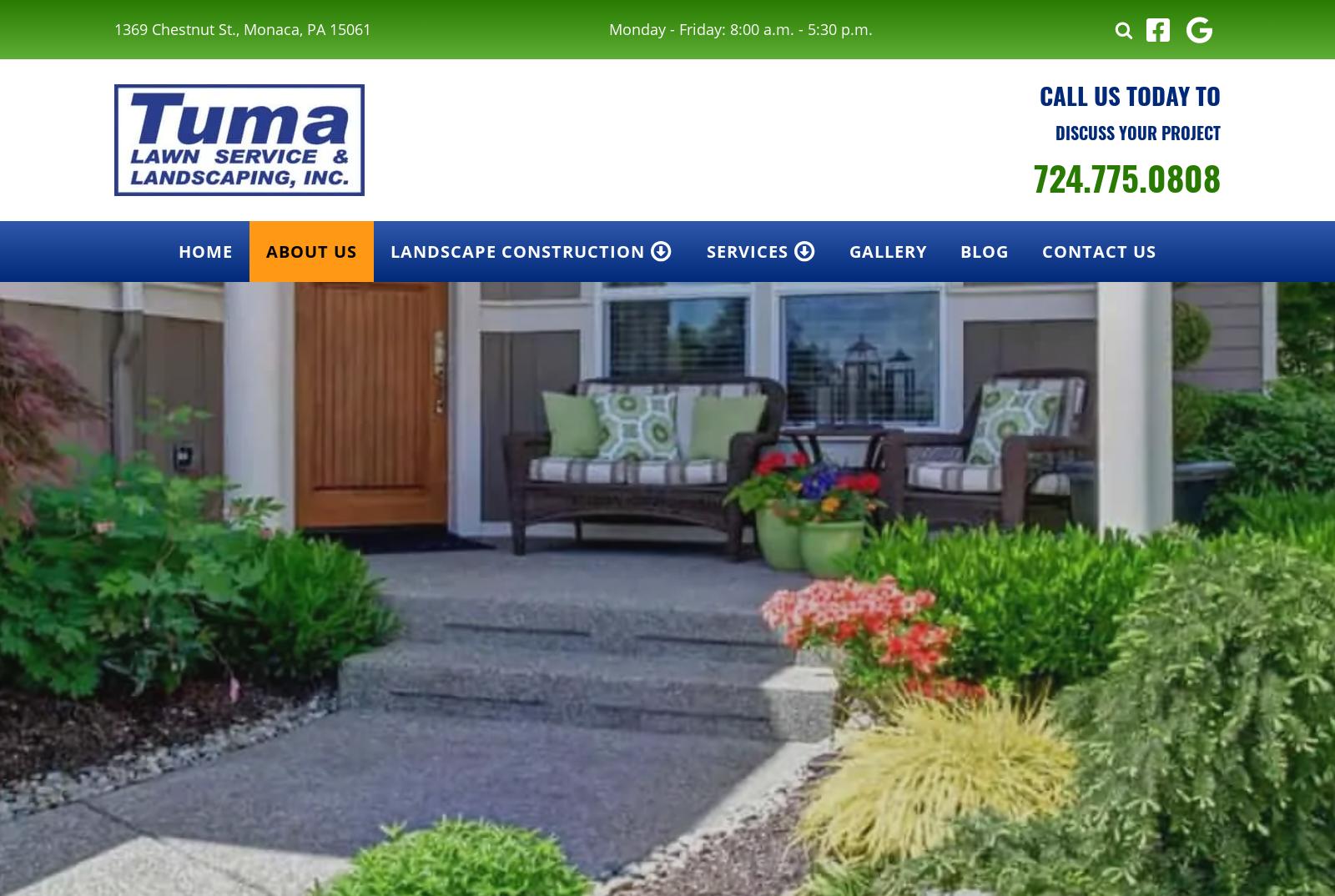  What do you see at coordinates (746, 251) in the screenshot?
I see `'Services'` at bounding box center [746, 251].